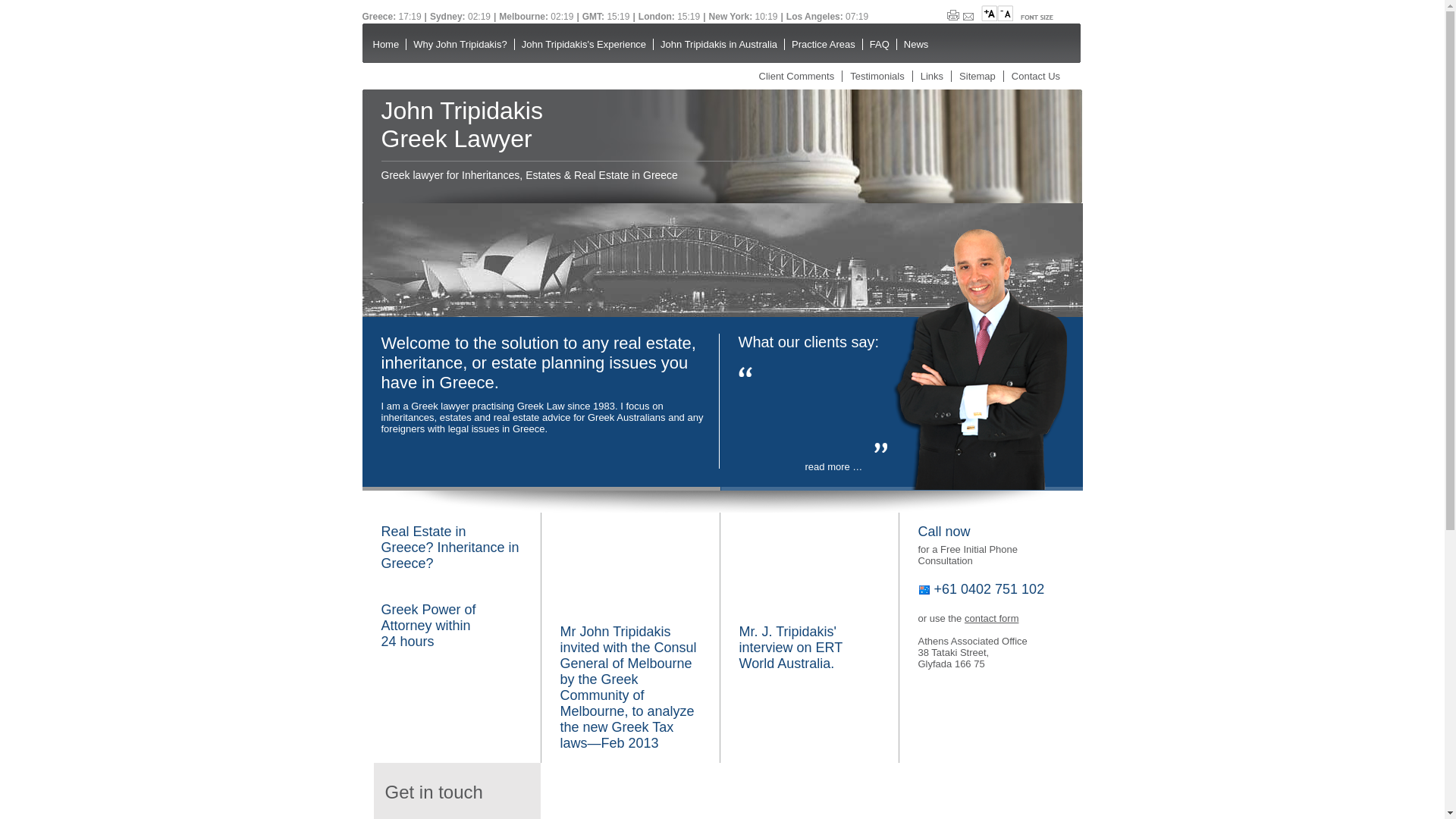  Describe the element at coordinates (959, 76) in the screenshot. I see `'Sitemap'` at that location.